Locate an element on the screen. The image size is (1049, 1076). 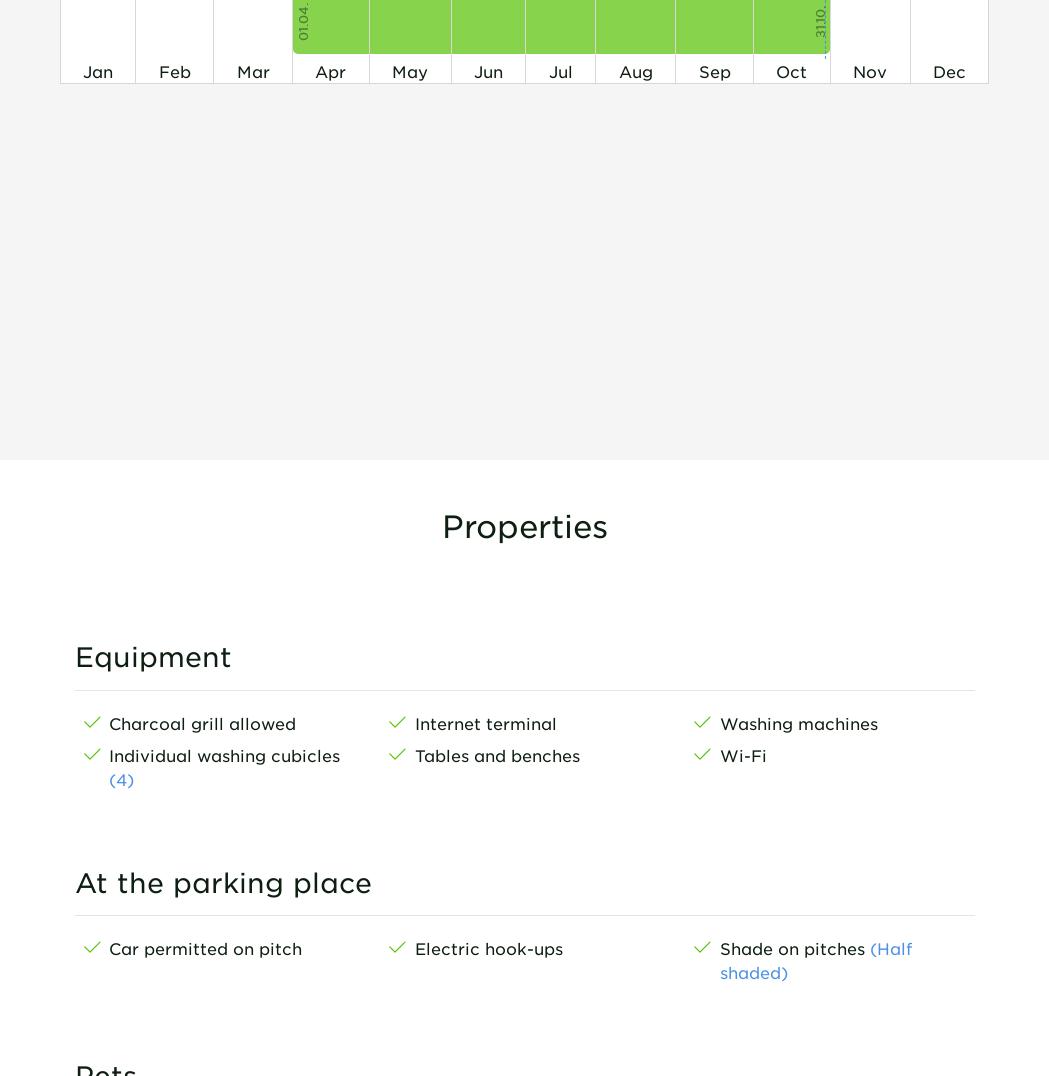
'Equipment' is located at coordinates (152, 655).